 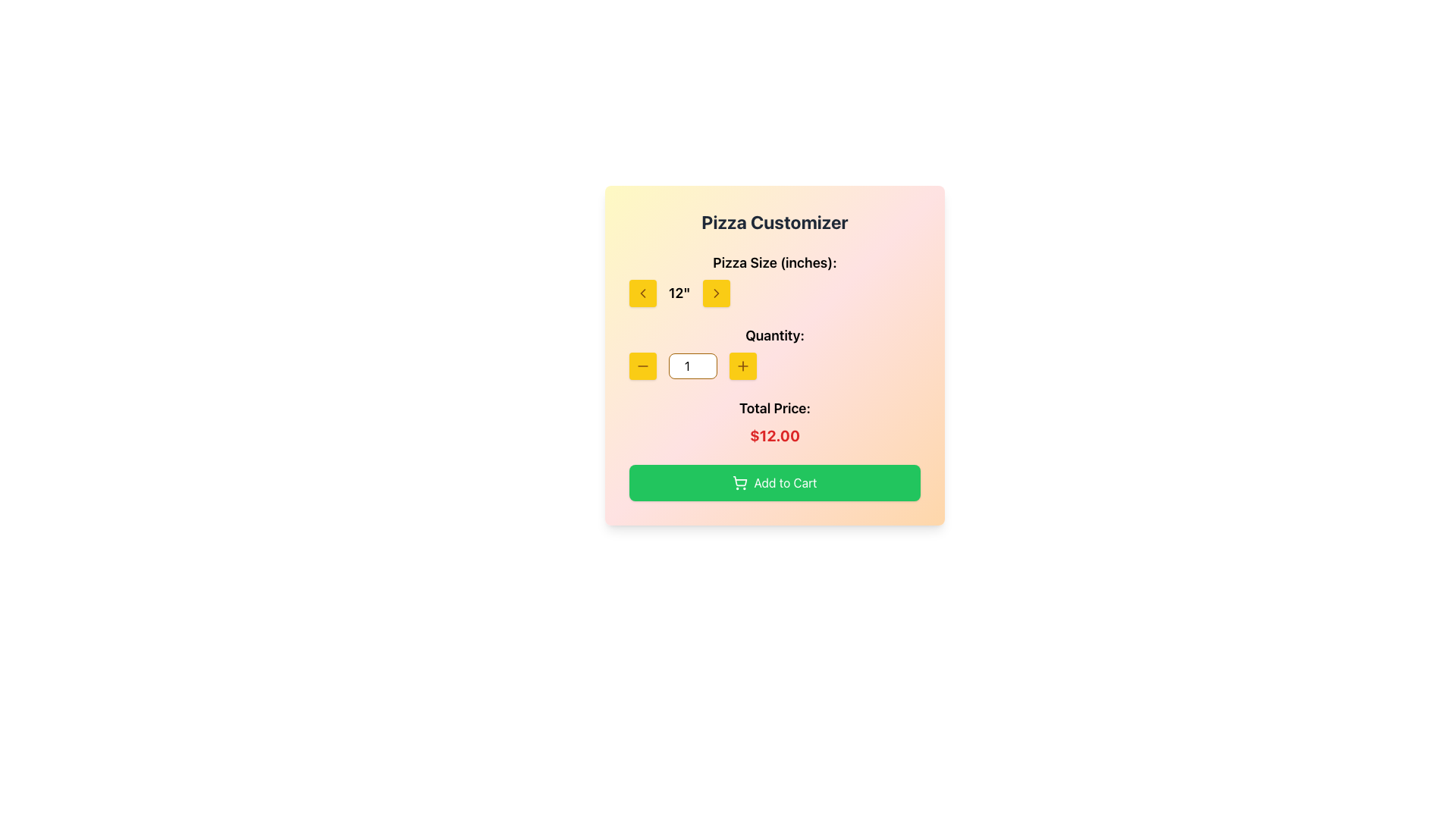 I want to click on the yellow plus sign button with rounded edges, located to the right of the numerical input box in the Quantity section, so click(x=742, y=366).